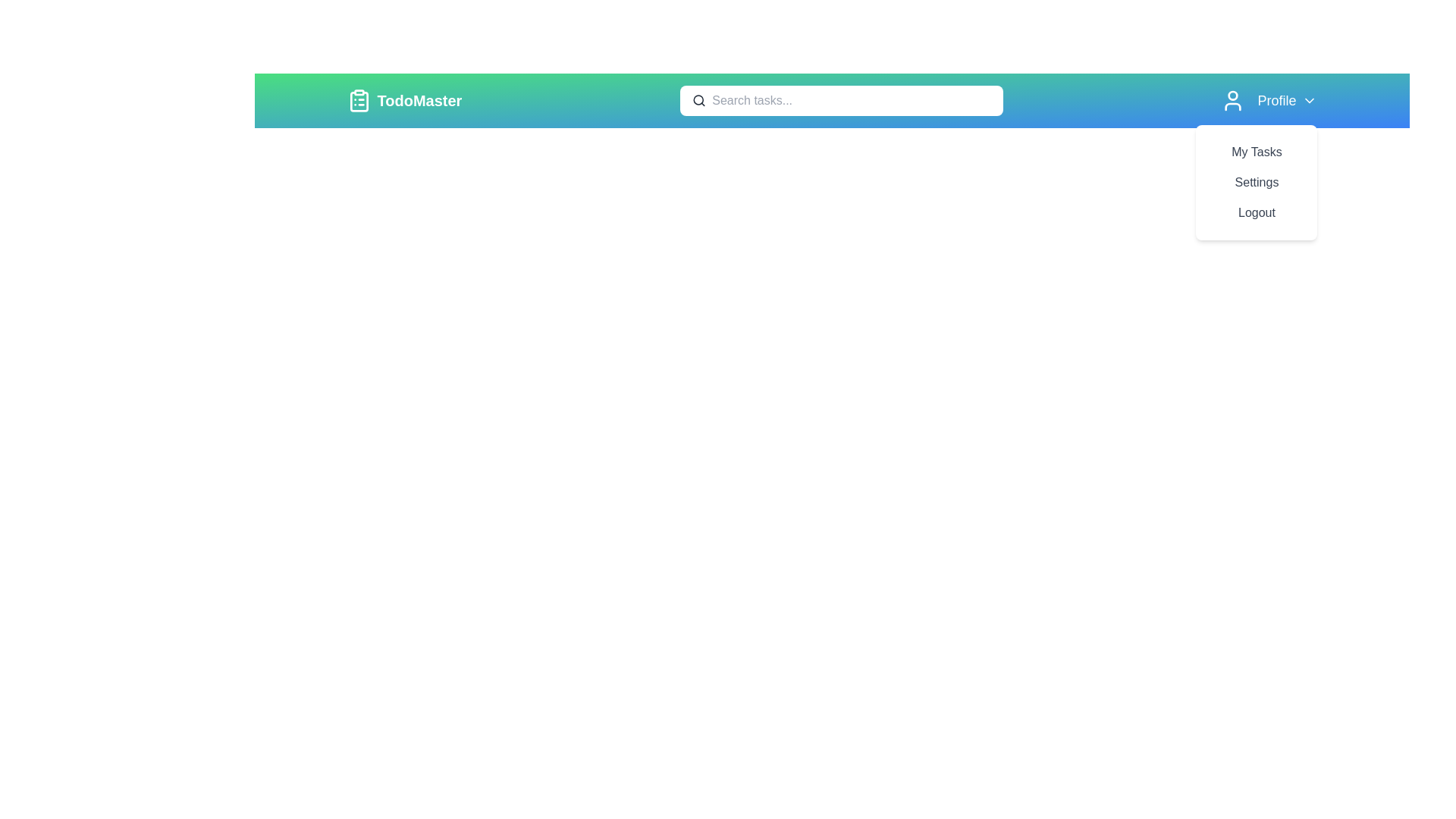 The height and width of the screenshot is (819, 1456). Describe the element at coordinates (1276, 100) in the screenshot. I see `the user profile interaction label located at the right-most area of the top navigation bar, adjacent to the user icon and dropdown indicator` at that location.